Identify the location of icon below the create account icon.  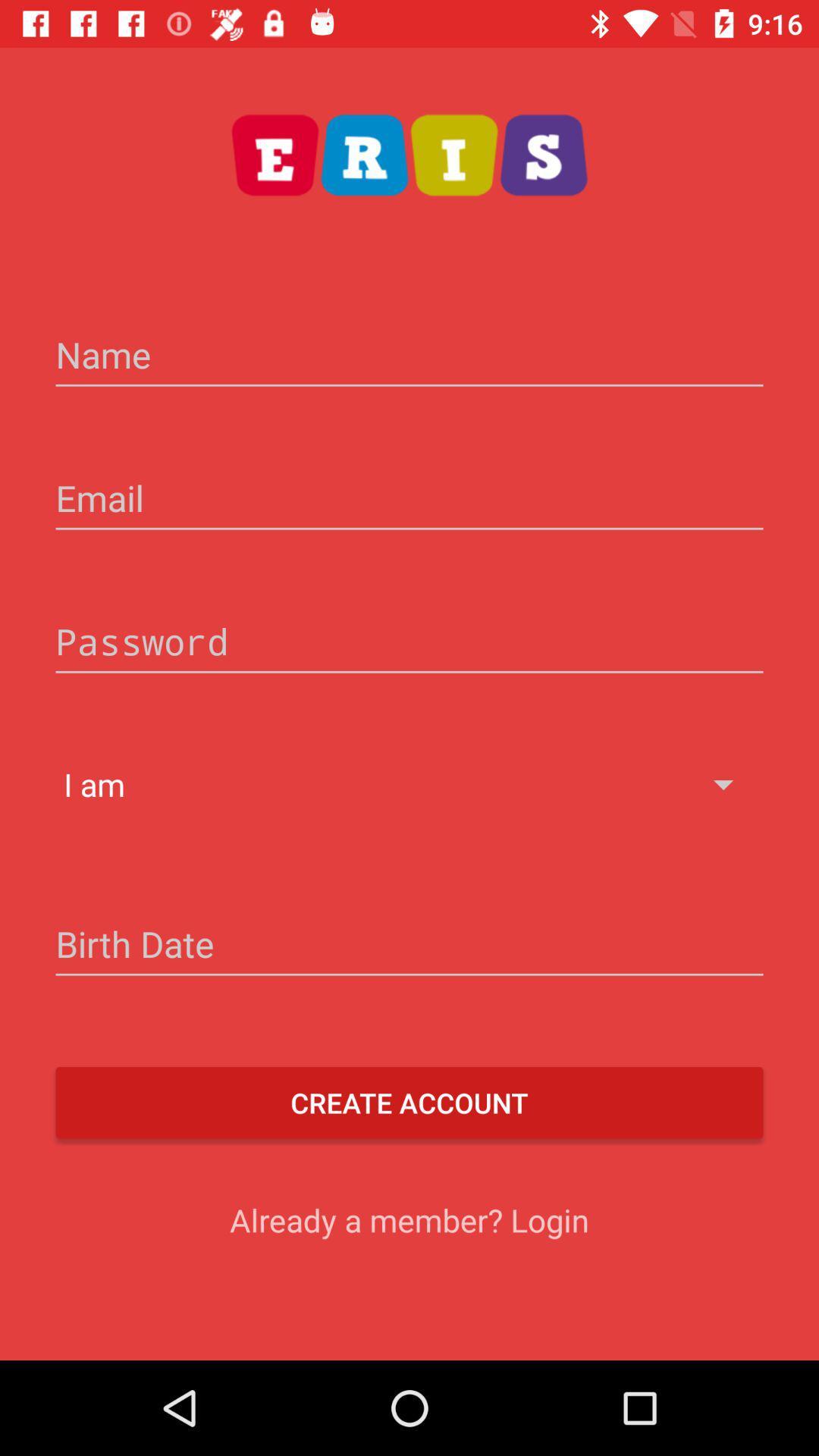
(409, 1219).